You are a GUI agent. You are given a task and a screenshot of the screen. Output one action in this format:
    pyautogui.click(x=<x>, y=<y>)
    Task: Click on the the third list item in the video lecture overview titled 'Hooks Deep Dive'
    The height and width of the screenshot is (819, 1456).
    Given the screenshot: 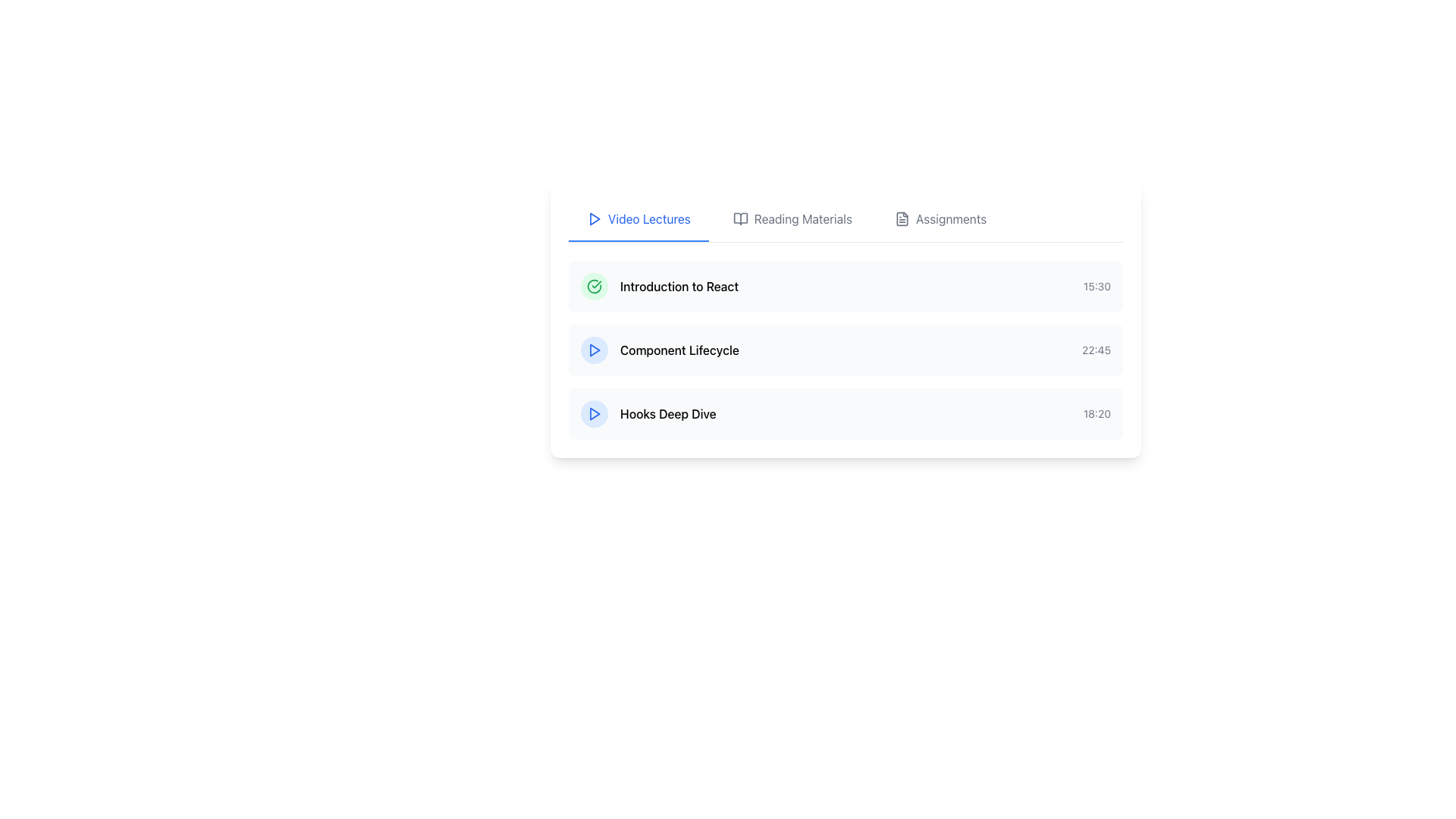 What is the action you would take?
    pyautogui.click(x=845, y=414)
    